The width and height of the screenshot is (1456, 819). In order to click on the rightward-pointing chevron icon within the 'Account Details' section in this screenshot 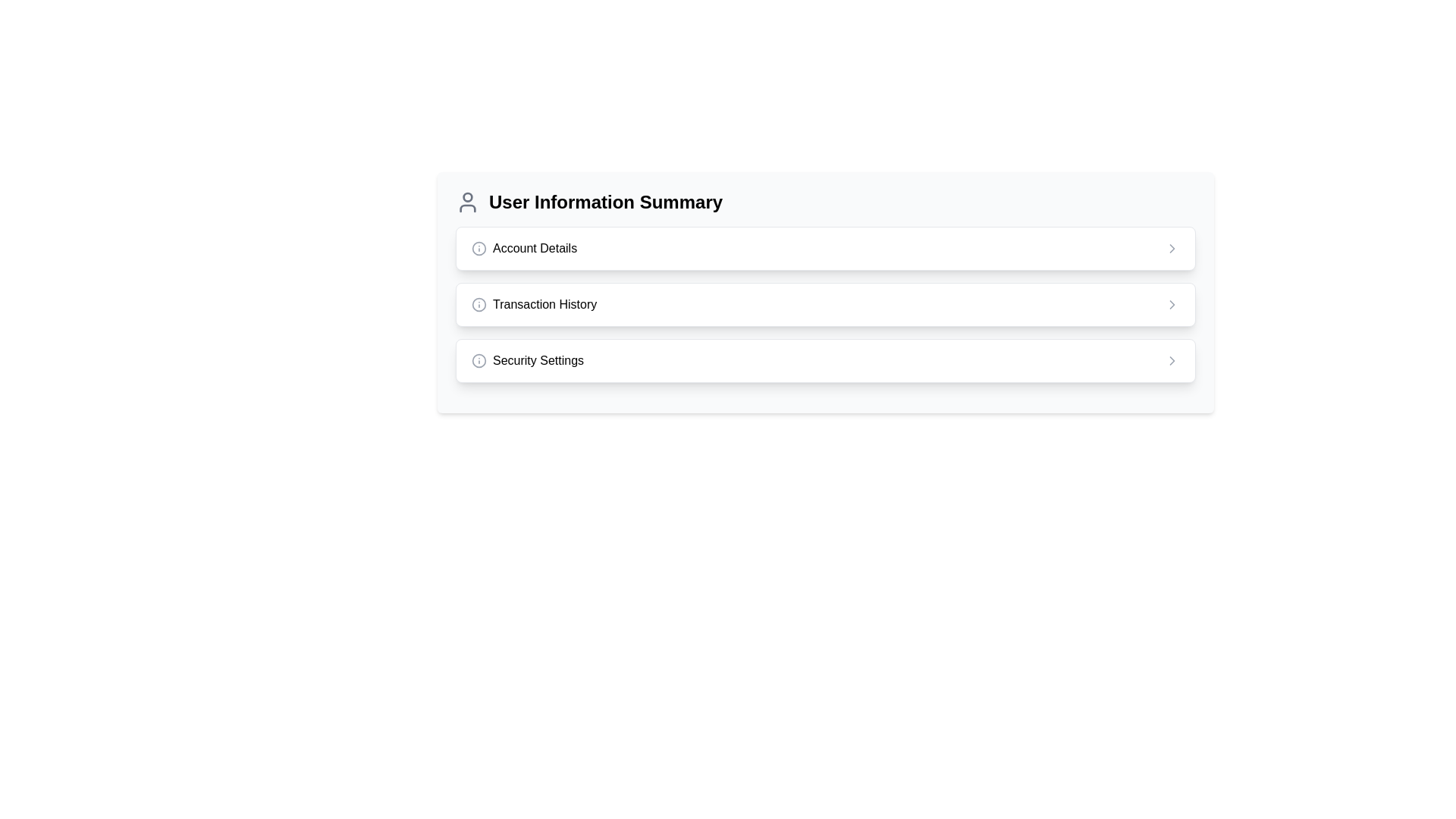, I will do `click(1171, 247)`.